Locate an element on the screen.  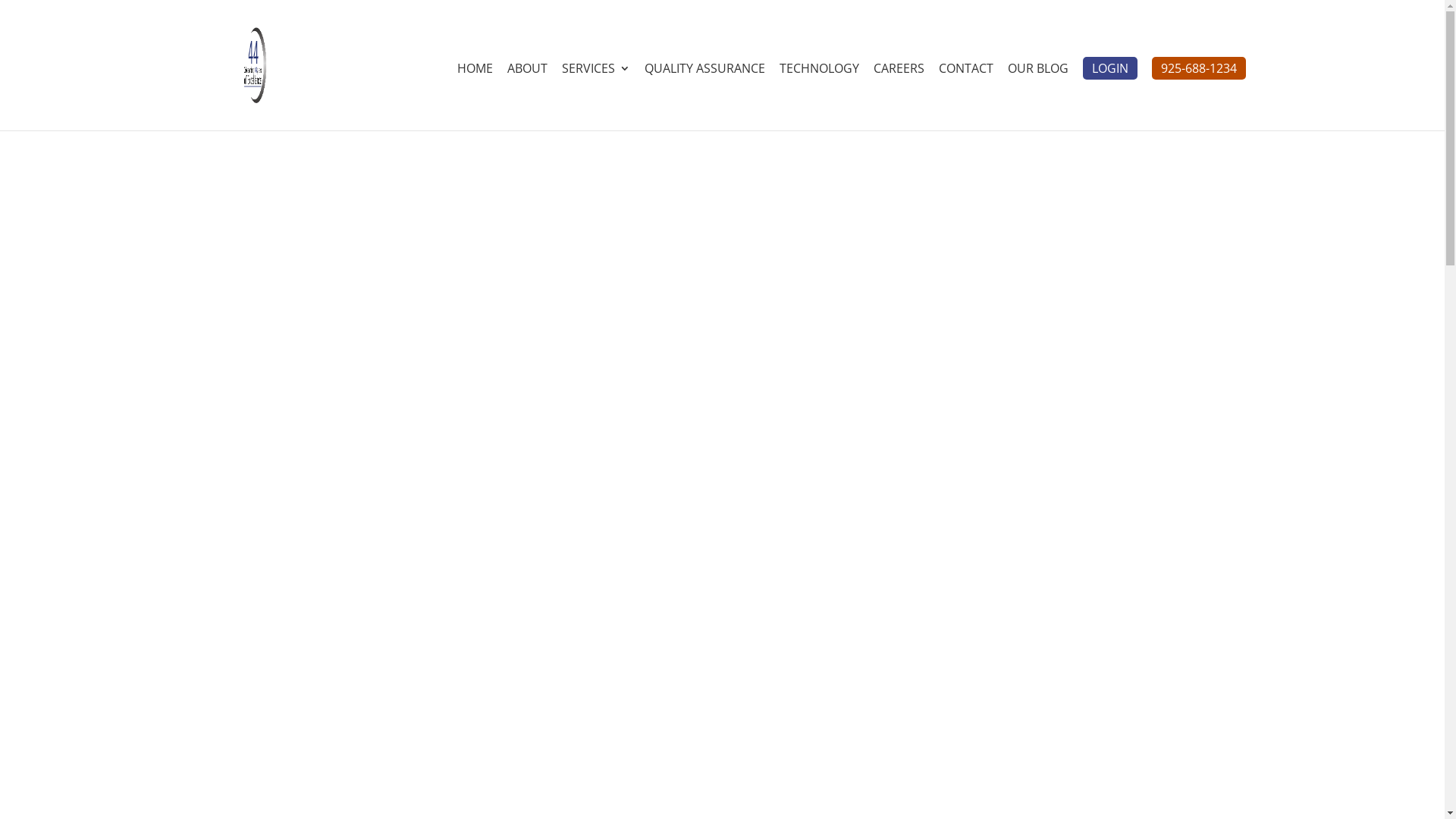
'925-688-1234' is located at coordinates (1150, 67).